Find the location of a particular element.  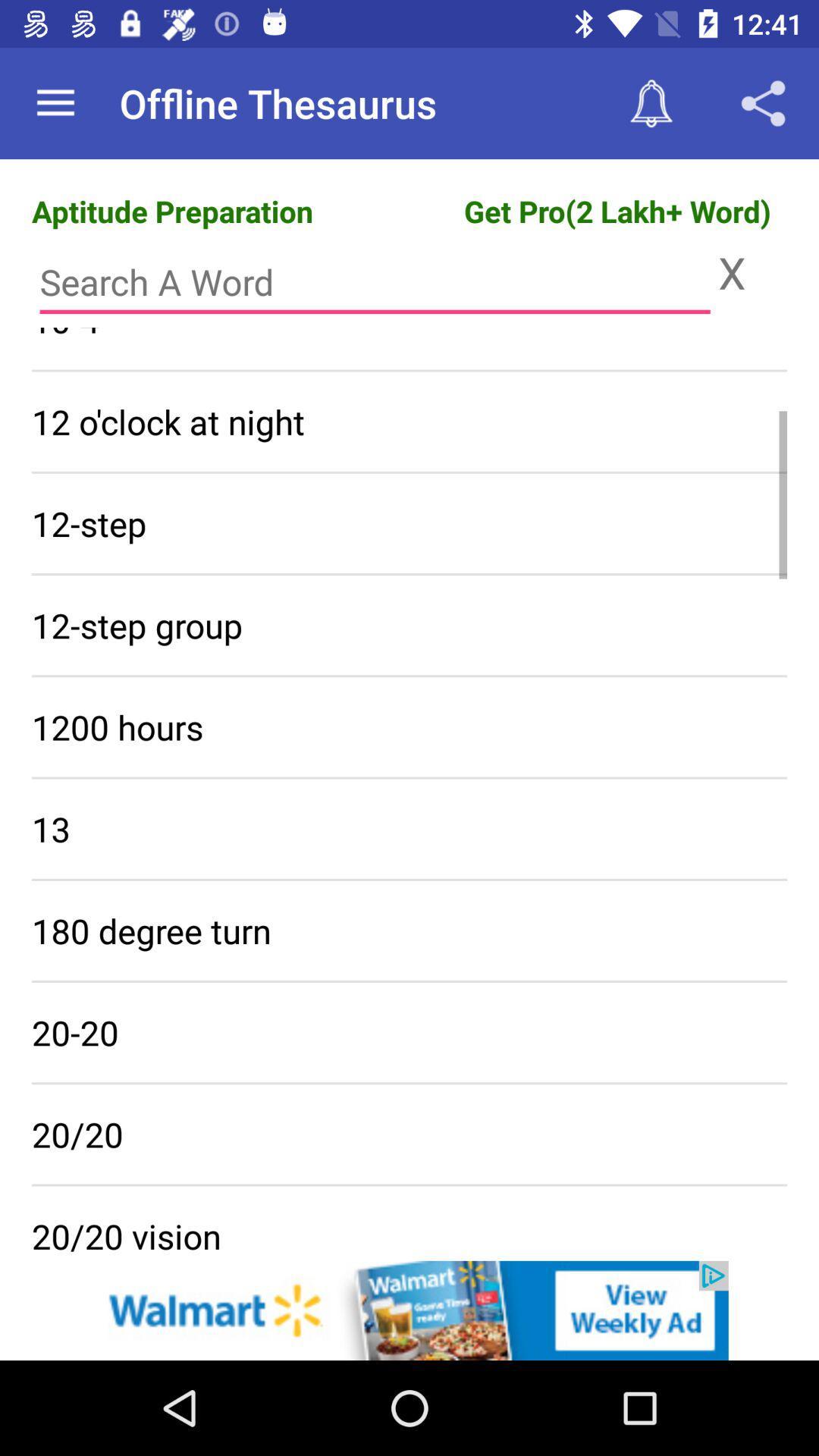

search box is located at coordinates (375, 282).